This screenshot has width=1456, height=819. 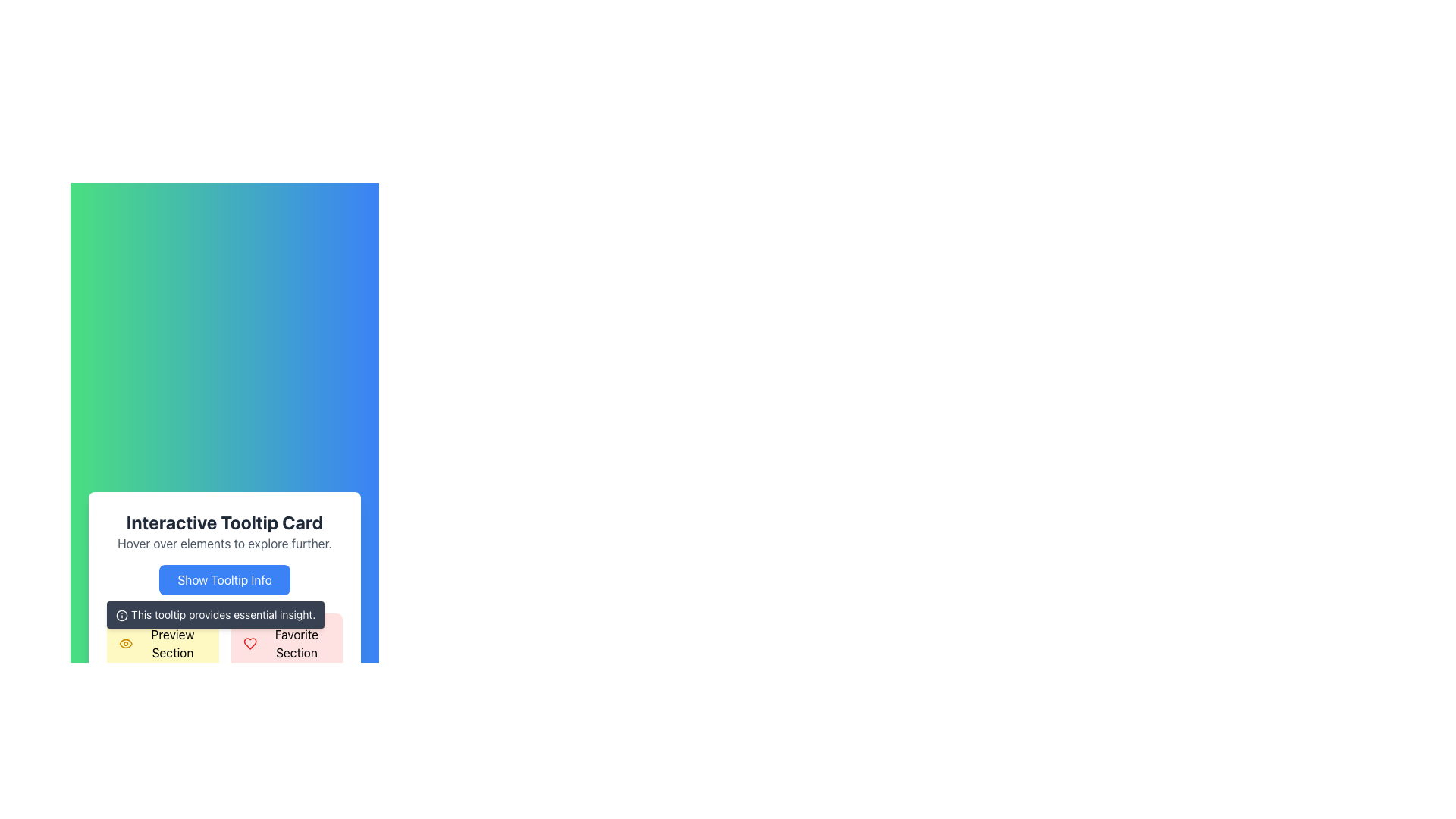 What do you see at coordinates (224, 543) in the screenshot?
I see `the static text that reads 'Hover over elements` at bounding box center [224, 543].